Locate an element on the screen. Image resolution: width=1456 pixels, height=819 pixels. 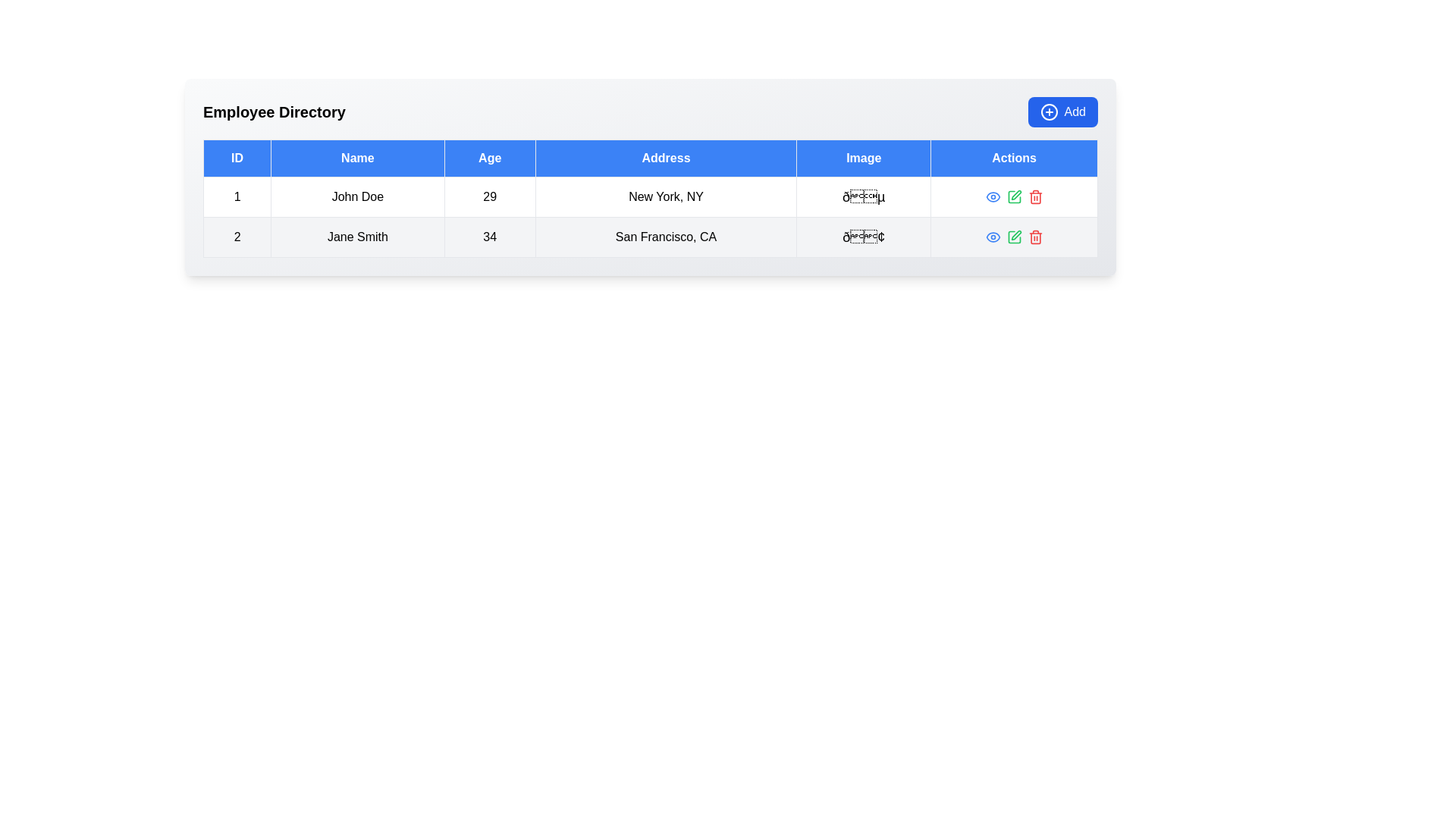
the eye icon button located in the 'Actions' column of the second row, which is styled in blue and changes to a darker blue on hover is located at coordinates (993, 196).